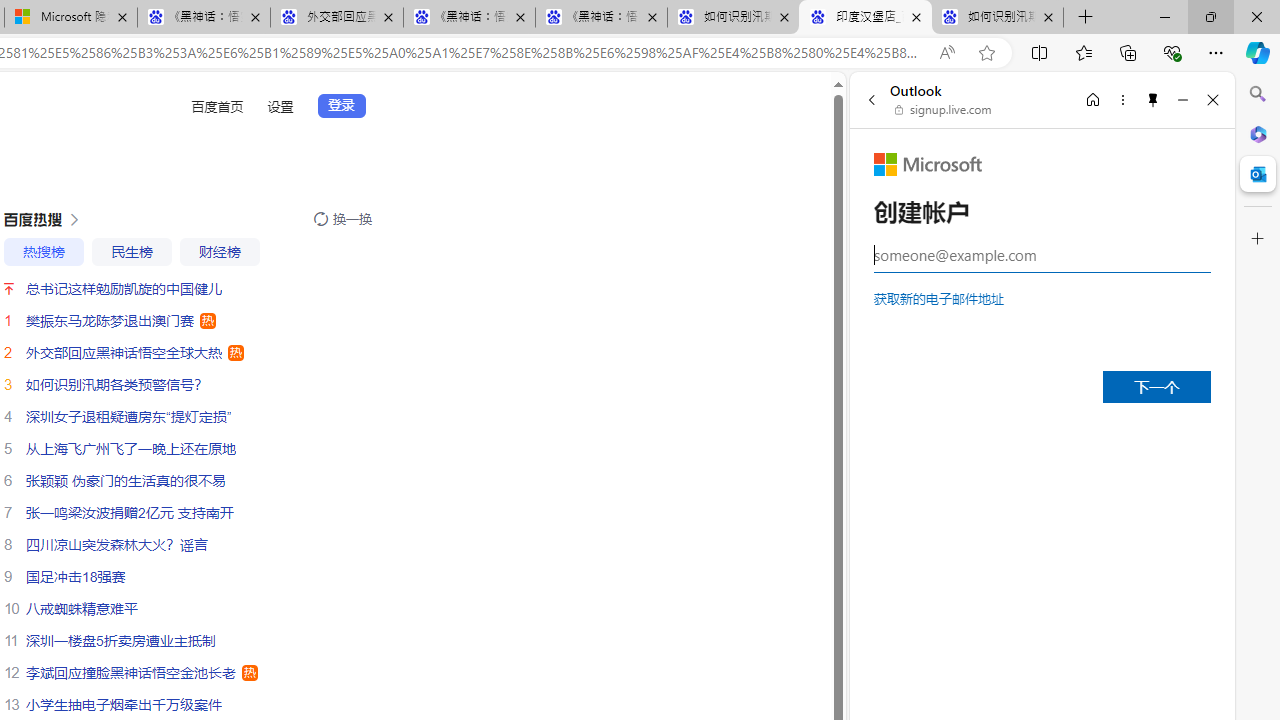 This screenshot has height=720, width=1280. I want to click on 'signup.live.com', so click(943, 110).